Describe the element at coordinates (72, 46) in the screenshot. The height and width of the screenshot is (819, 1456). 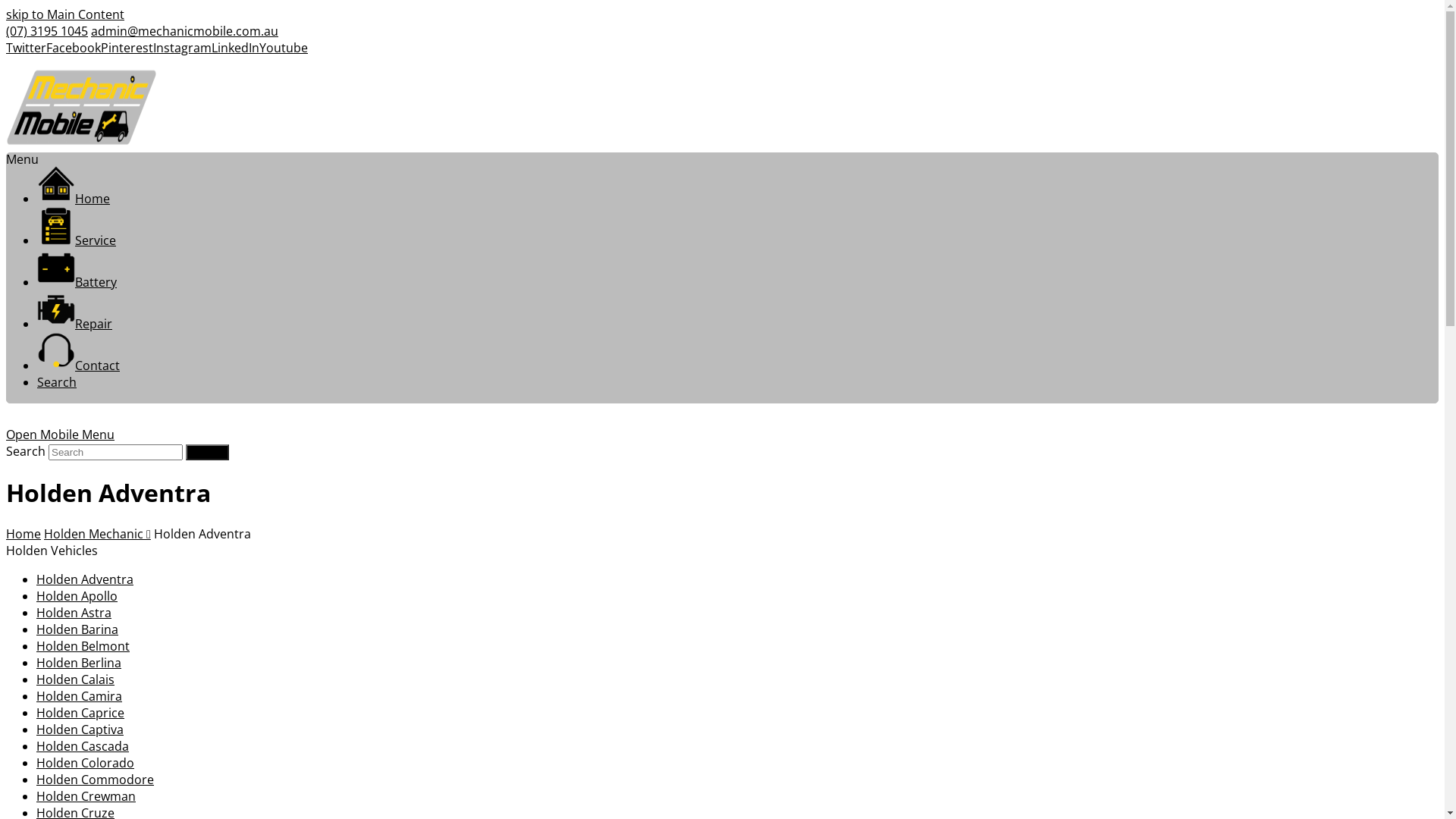
I see `'Facebook'` at that location.